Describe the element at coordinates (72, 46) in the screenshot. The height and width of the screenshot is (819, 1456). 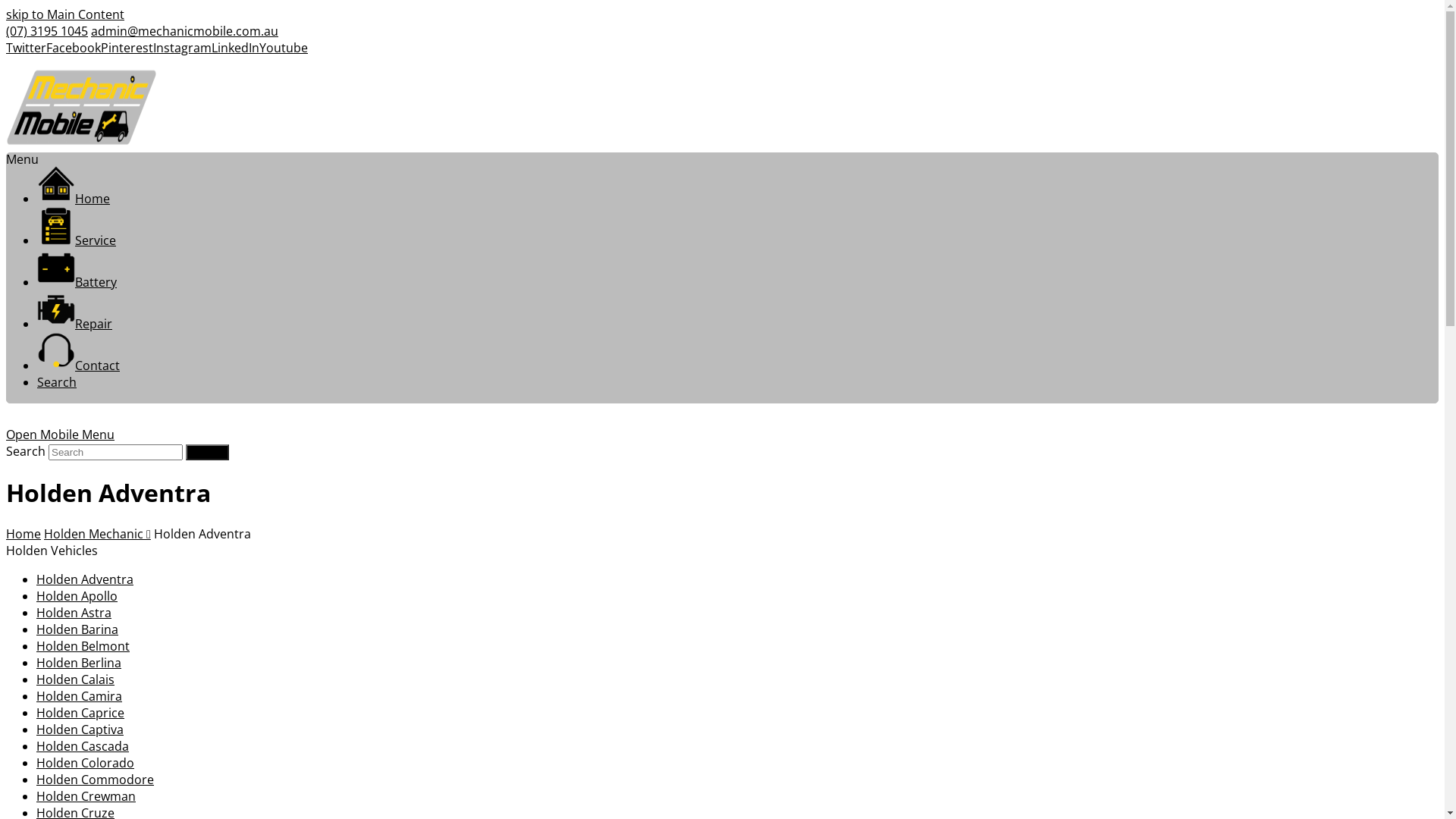
I see `'Facebook'` at that location.